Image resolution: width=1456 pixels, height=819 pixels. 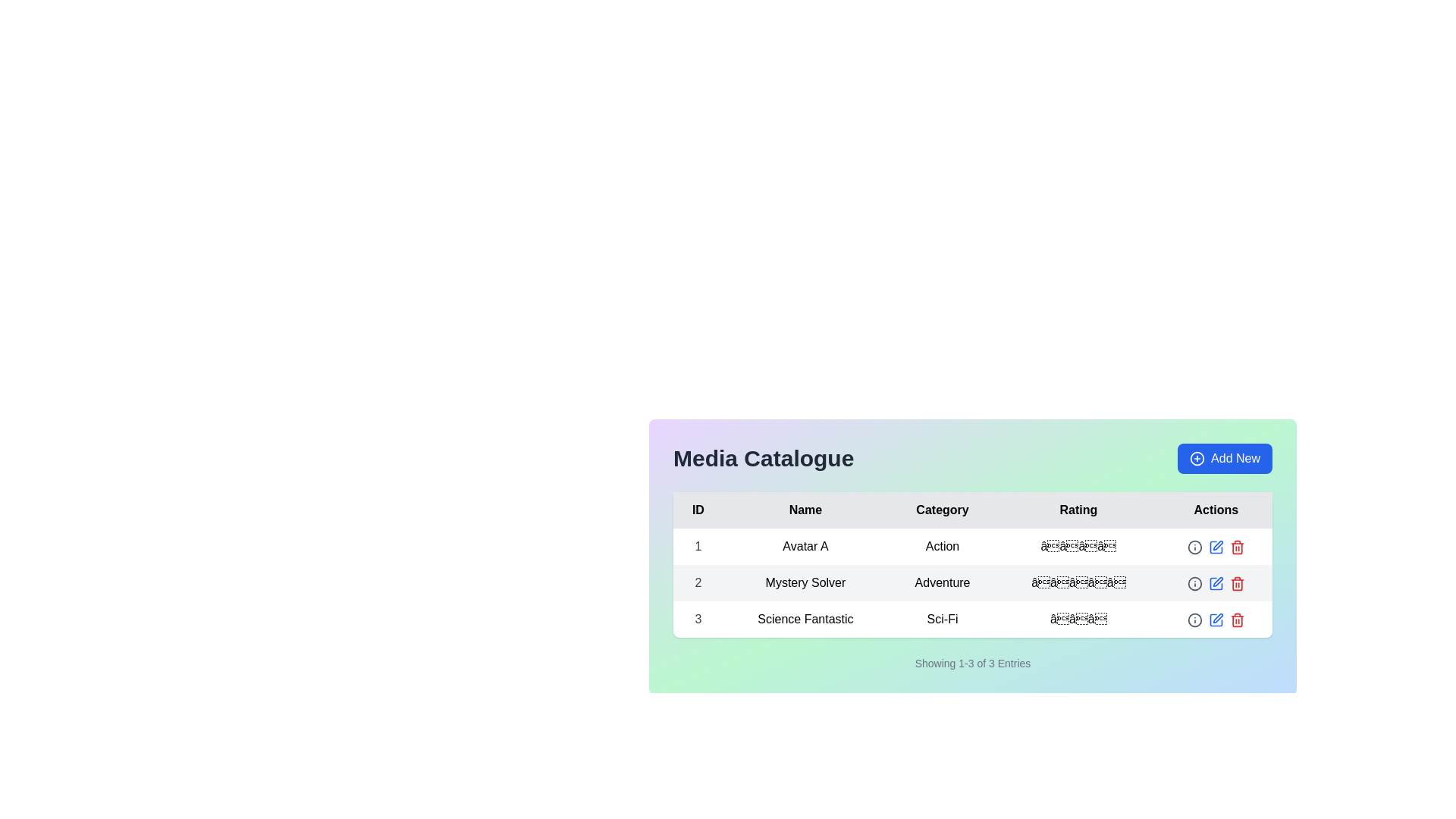 What do you see at coordinates (1194, 582) in the screenshot?
I see `the graphical circle component representing informational content in the 'Actions' column of the table for the 'Sci-Fi' category` at bounding box center [1194, 582].